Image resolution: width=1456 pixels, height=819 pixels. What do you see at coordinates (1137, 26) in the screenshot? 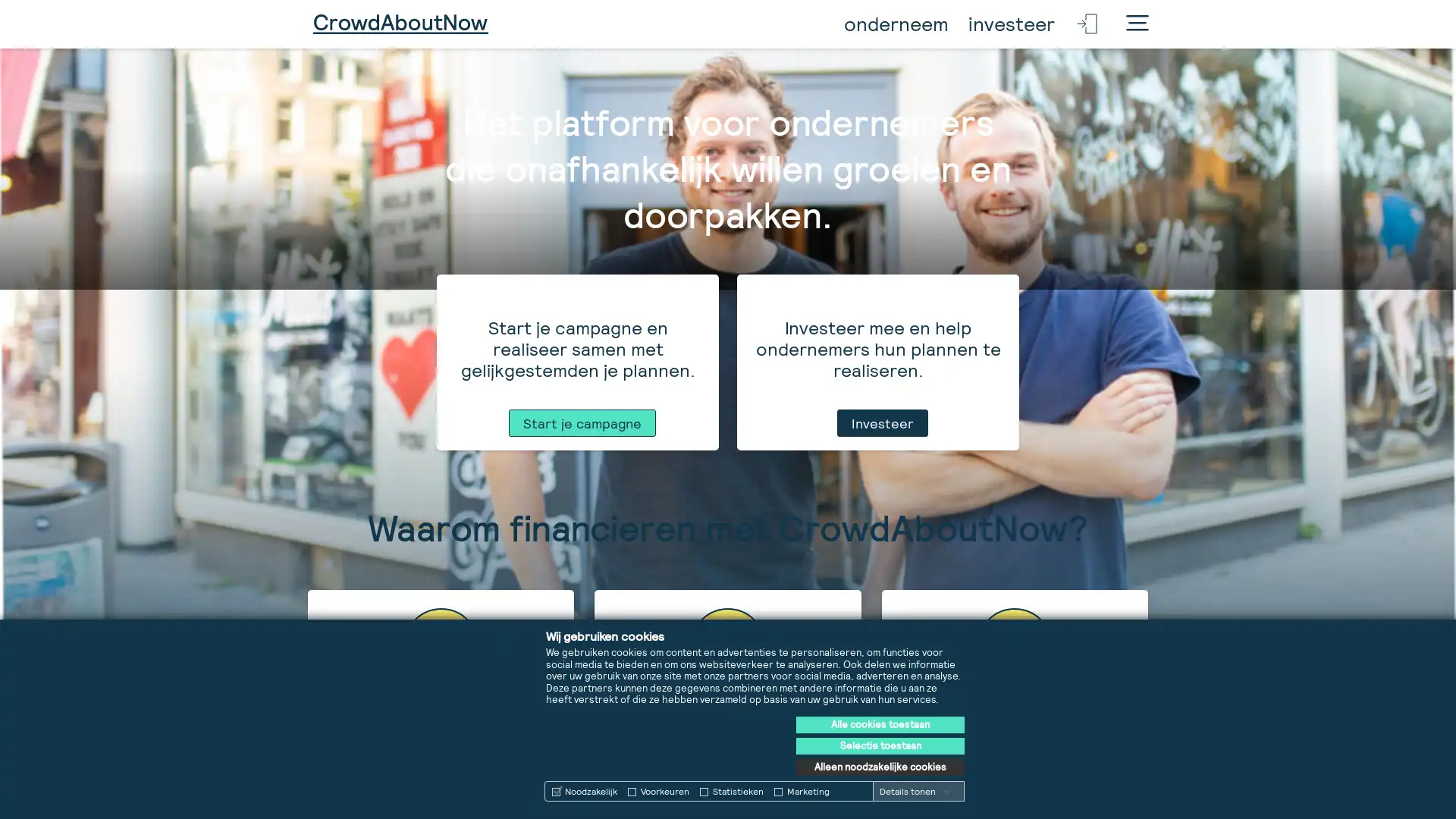
I see `Sluiten` at bounding box center [1137, 26].